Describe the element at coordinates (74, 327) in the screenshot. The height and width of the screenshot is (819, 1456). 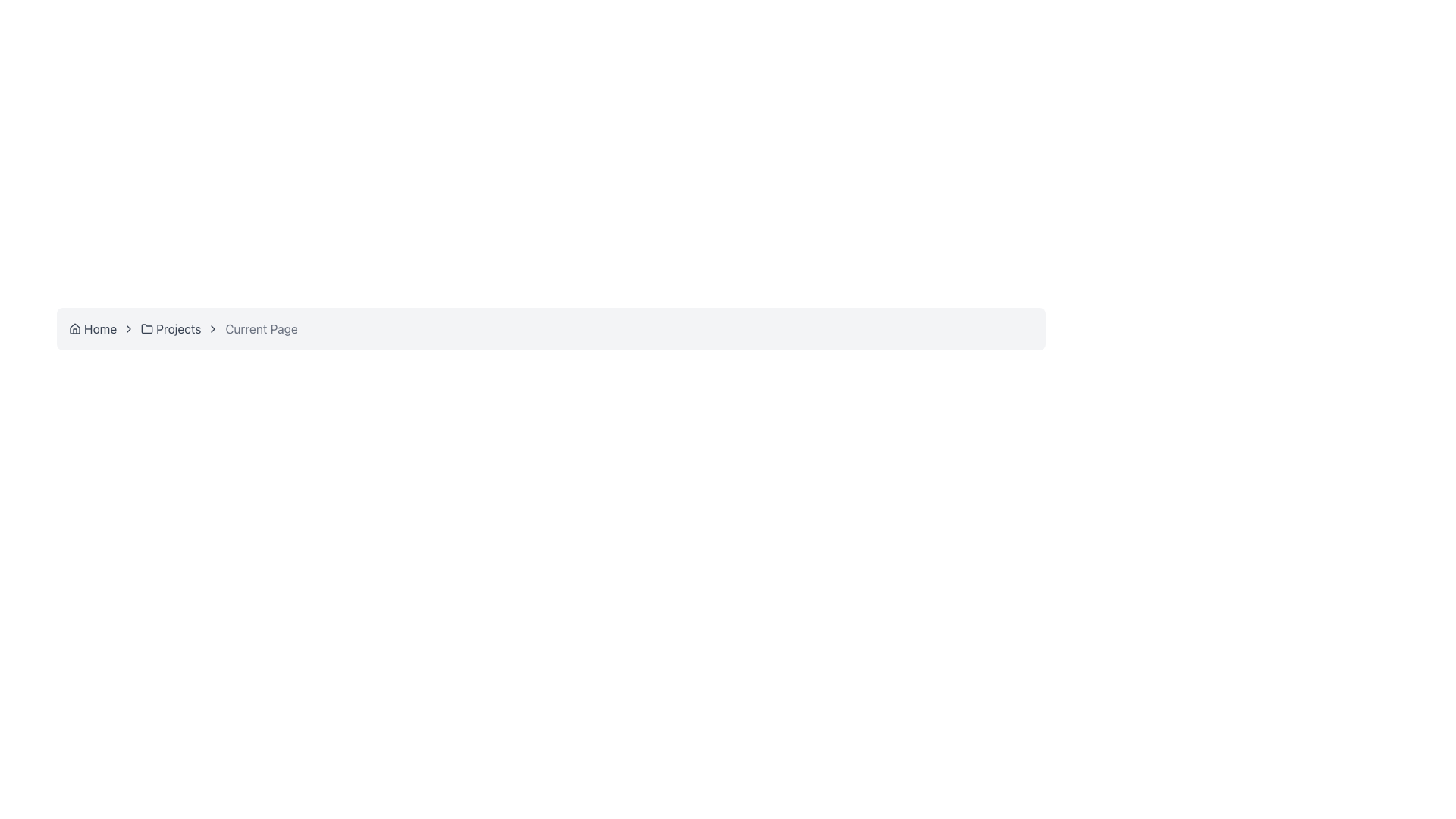
I see `the upper part of the house icon in the 'Home' breadcrumb for quick navigation back to the main page` at that location.